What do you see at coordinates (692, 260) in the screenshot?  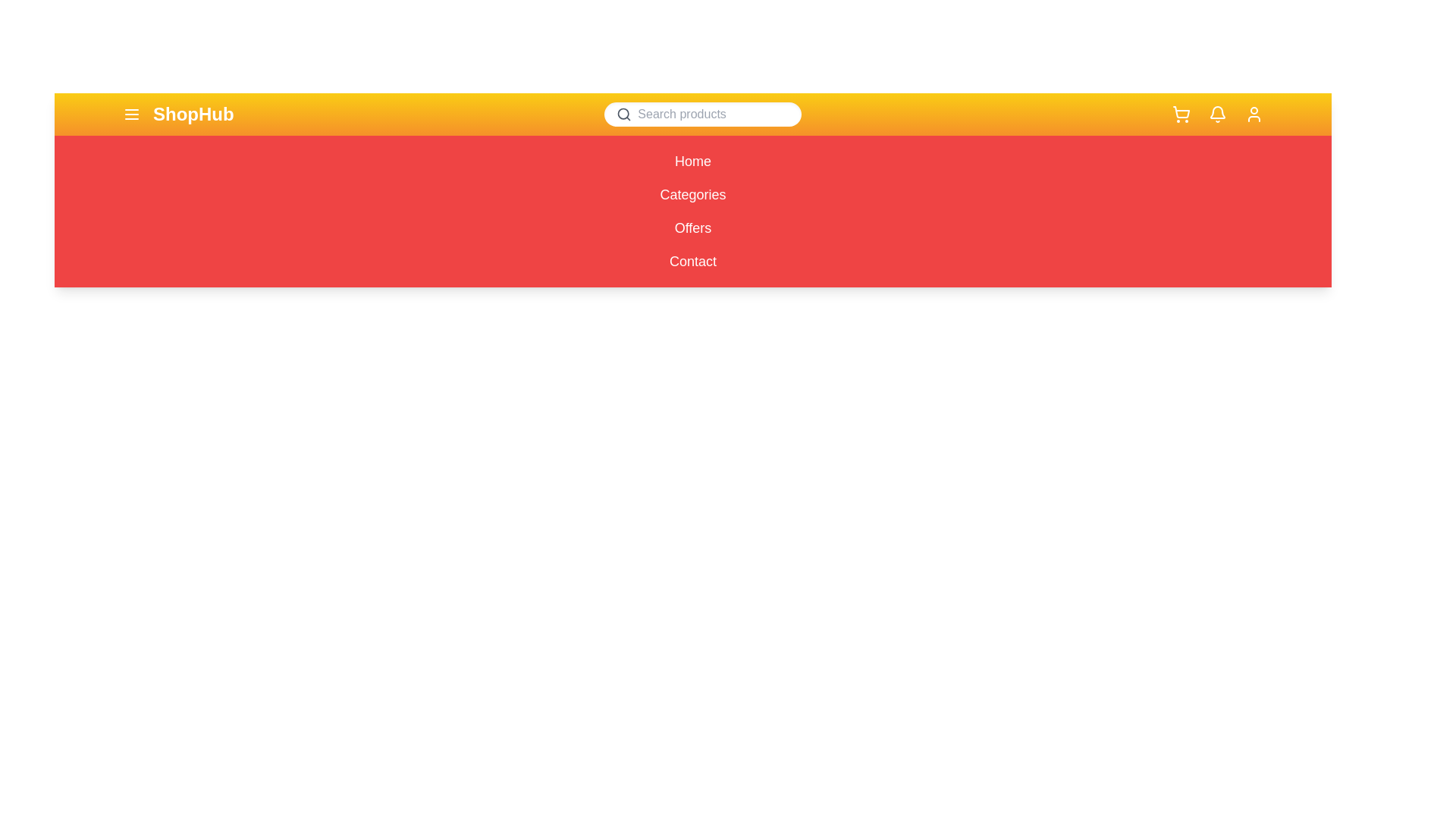 I see `the 'Contact' link to navigate to the Contact page` at bounding box center [692, 260].